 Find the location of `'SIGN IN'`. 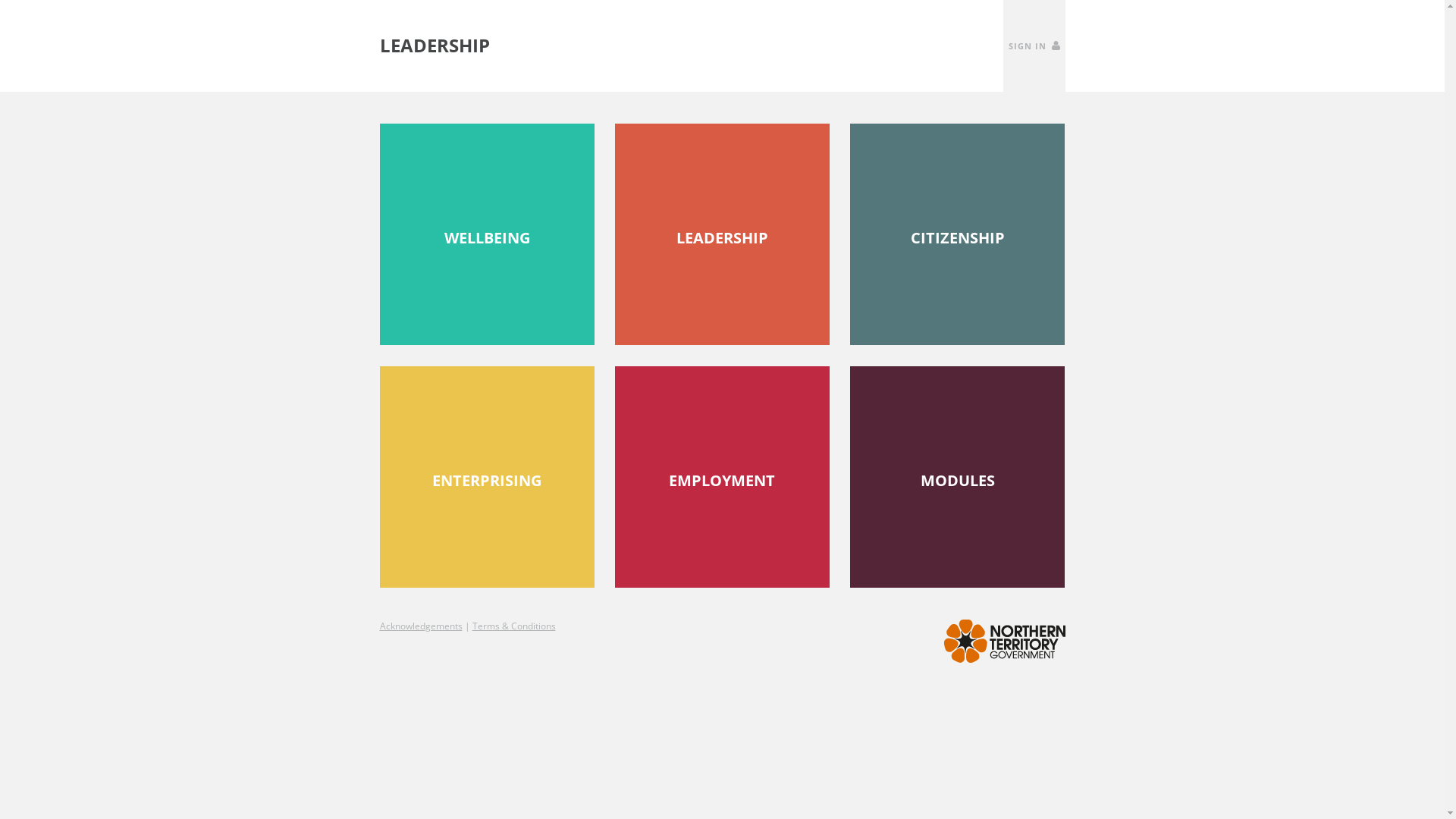

'SIGN IN' is located at coordinates (1033, 45).